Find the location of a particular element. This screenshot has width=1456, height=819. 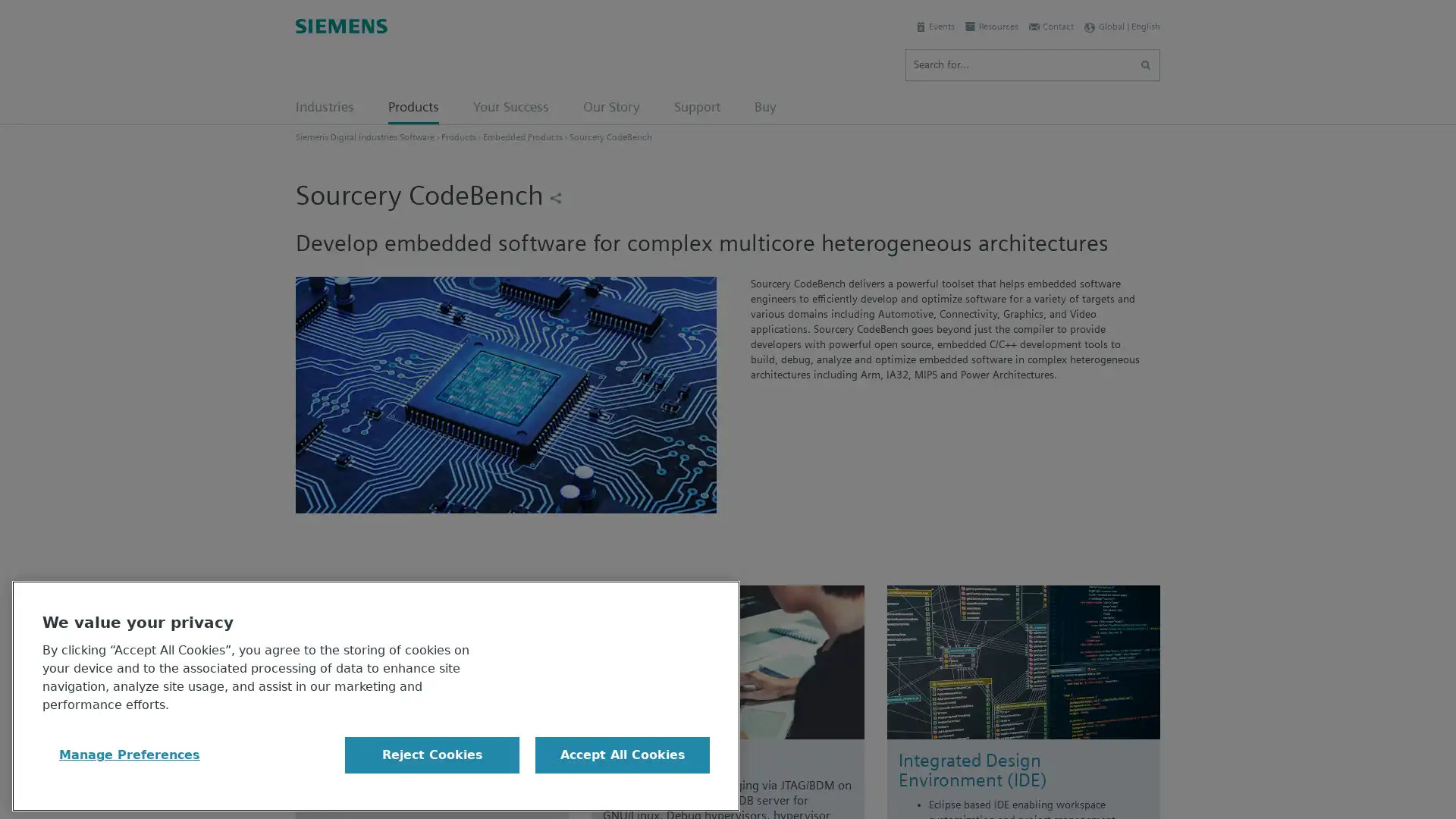

Accept All Cookies is located at coordinates (622, 755).